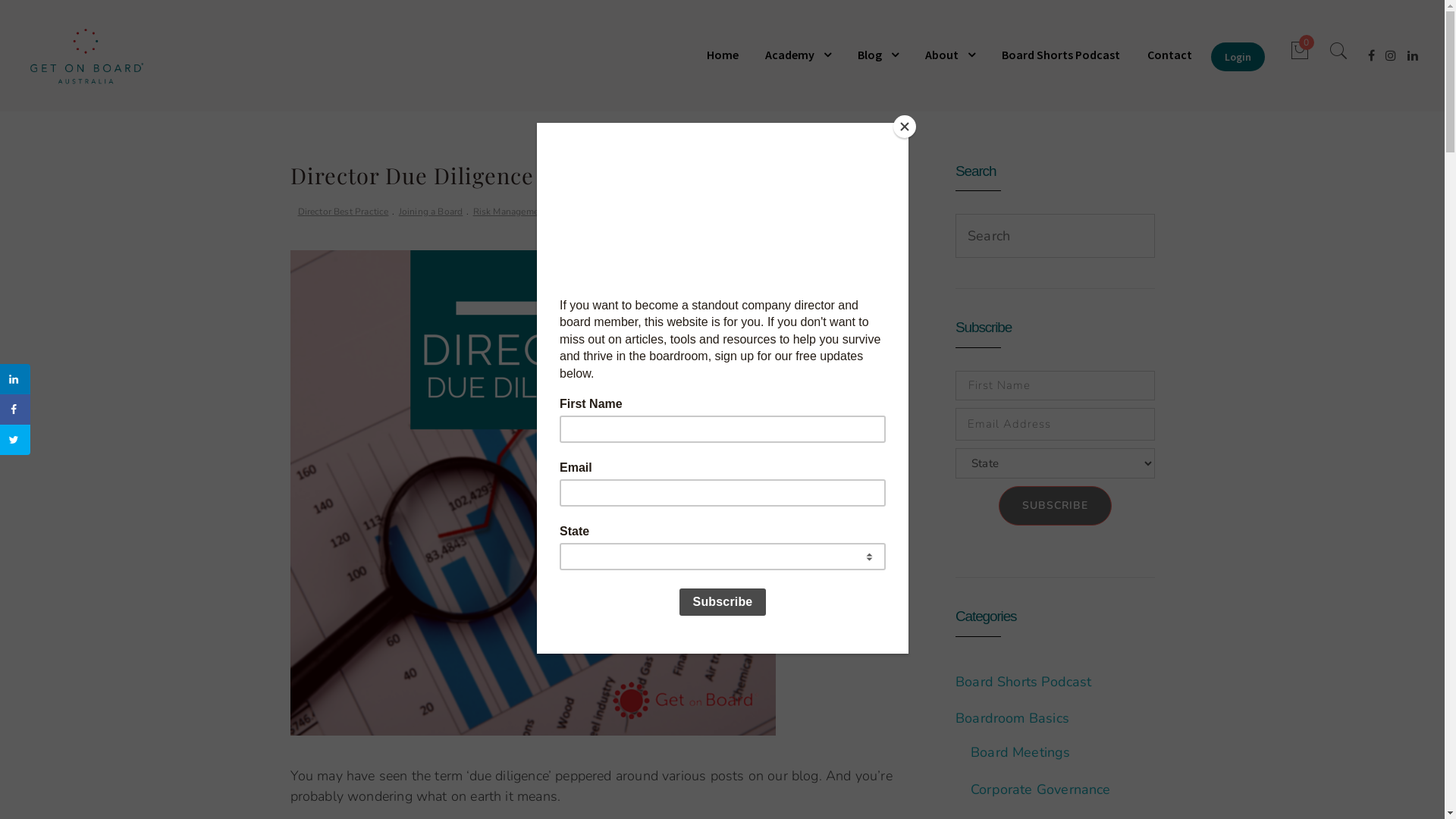  Describe the element at coordinates (14, 439) in the screenshot. I see `'Share on Twitter'` at that location.